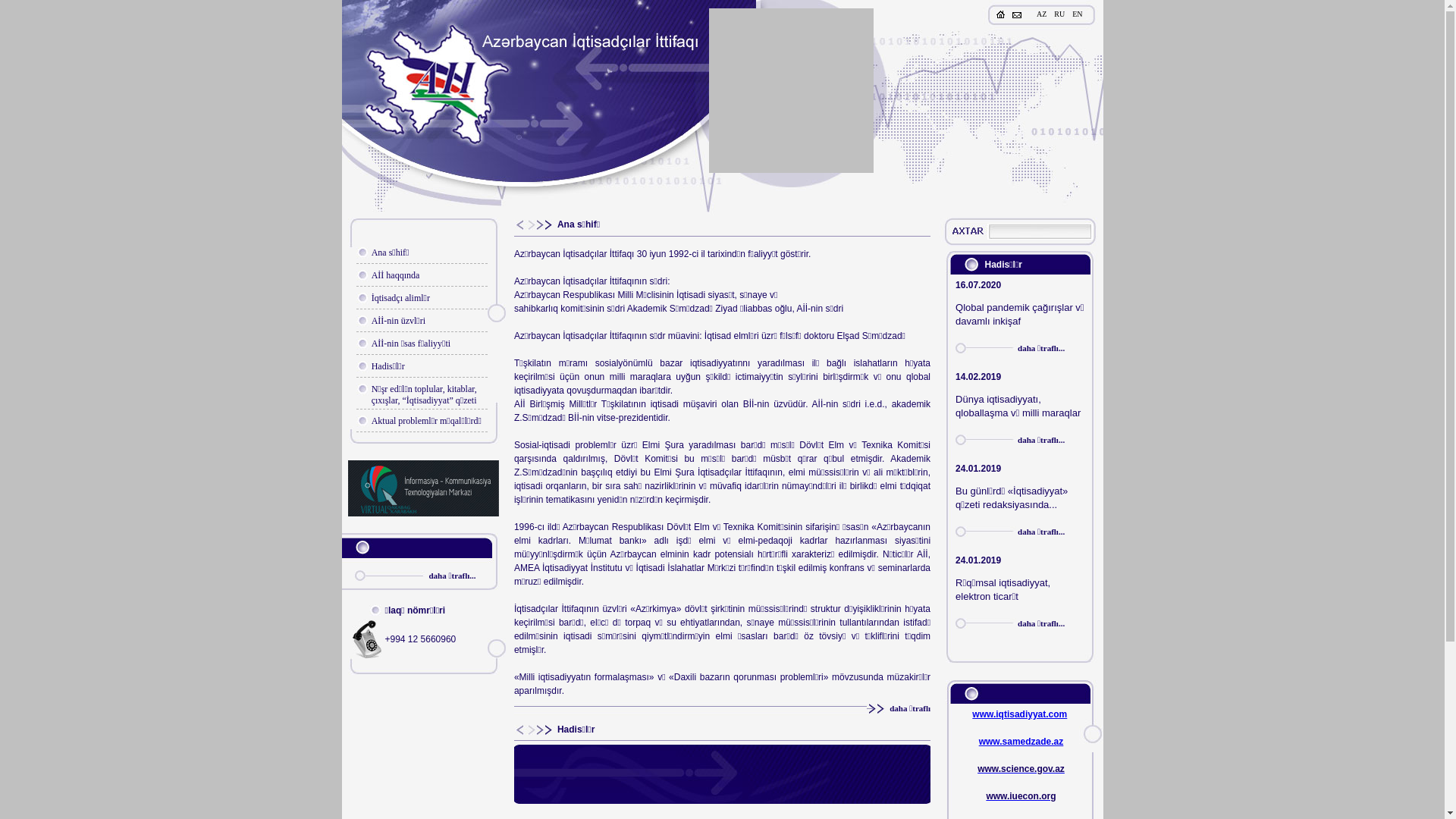 The height and width of the screenshot is (819, 1456). Describe the element at coordinates (1021, 741) in the screenshot. I see `'www.samedzade.az'` at that location.